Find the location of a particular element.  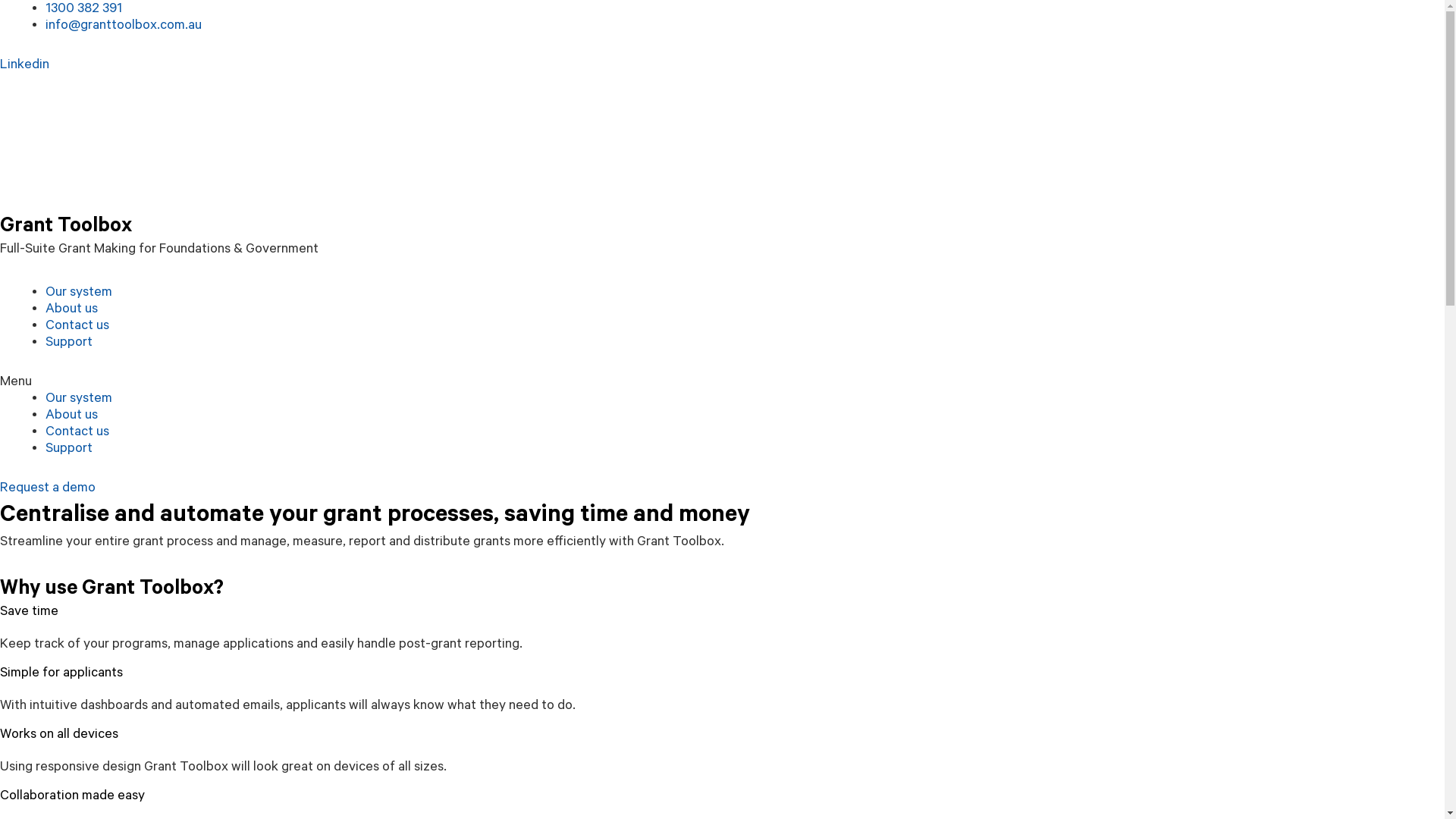

'About us' is located at coordinates (71, 307).